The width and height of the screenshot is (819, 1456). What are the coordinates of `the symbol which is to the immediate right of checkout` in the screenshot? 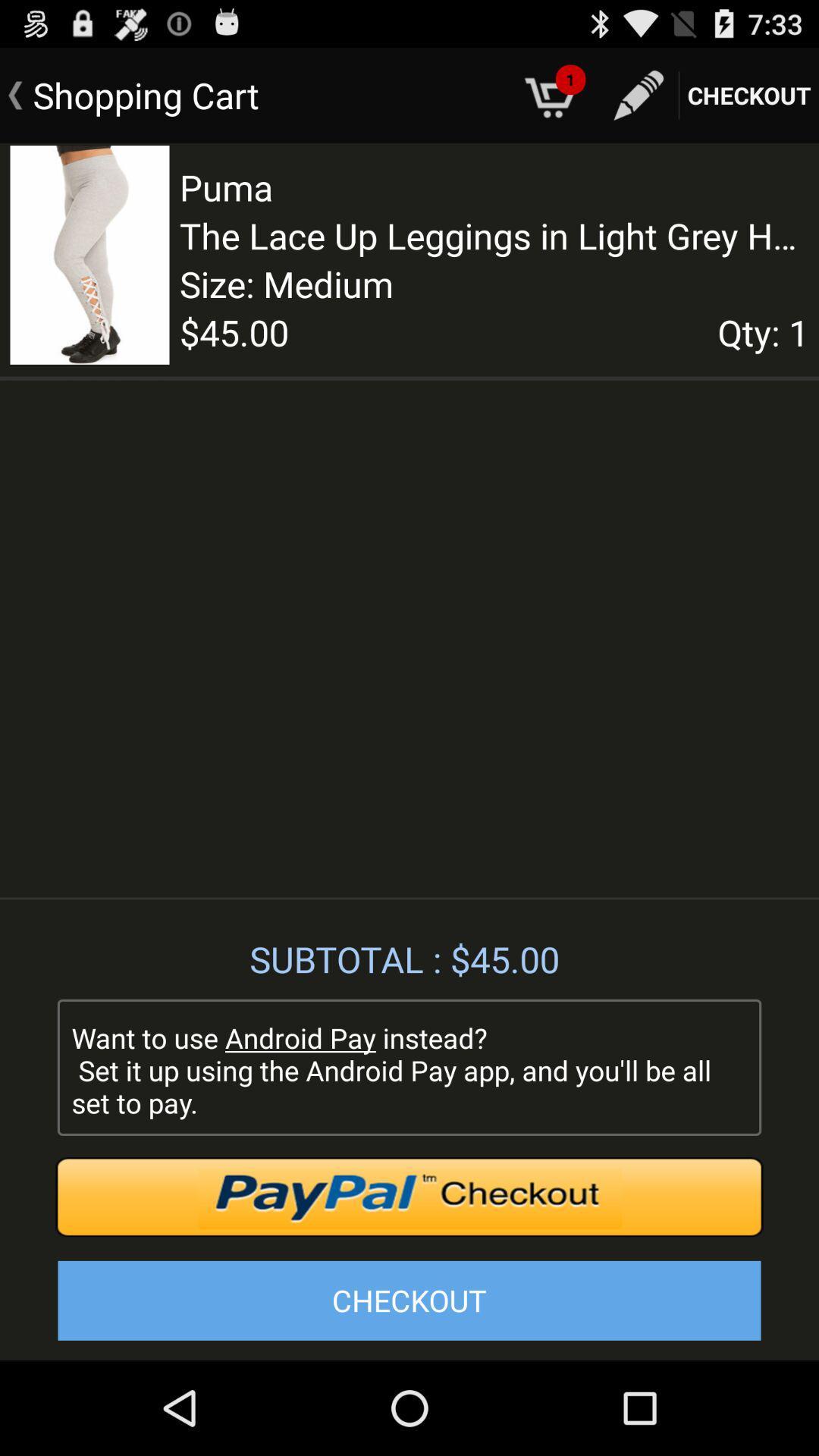 It's located at (639, 95).